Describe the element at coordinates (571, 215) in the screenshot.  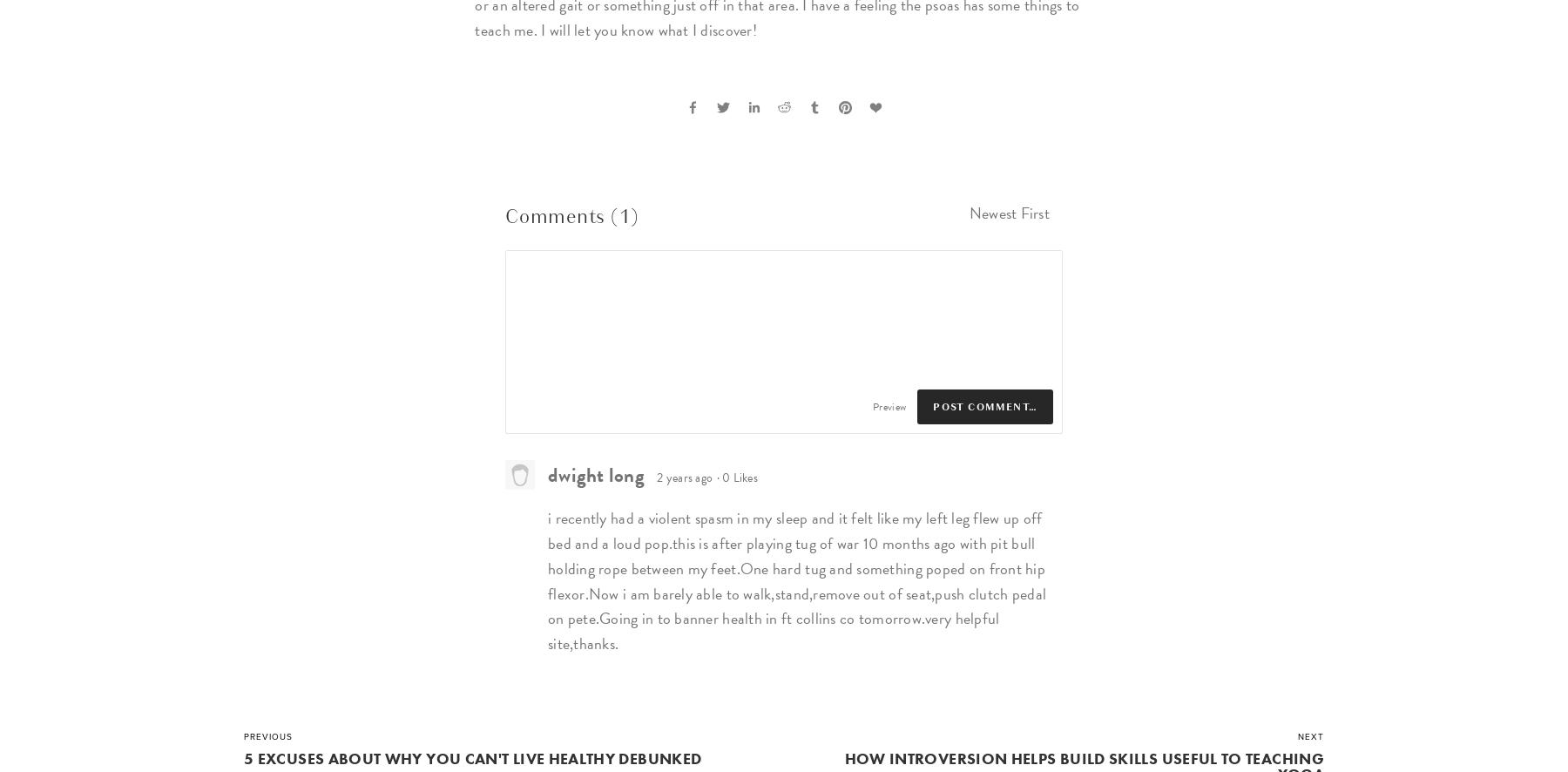
I see `'Comments (1)'` at that location.